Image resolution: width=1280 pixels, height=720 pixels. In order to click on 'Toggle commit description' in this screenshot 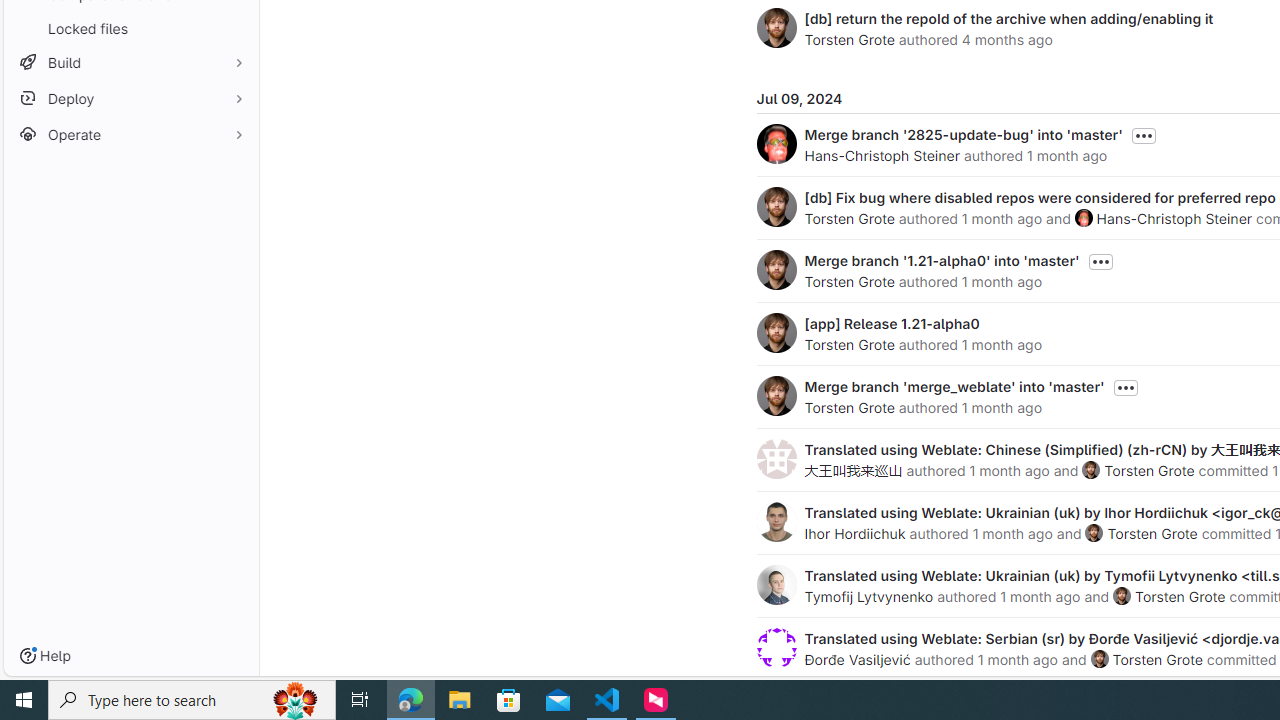, I will do `click(1125, 388)`.